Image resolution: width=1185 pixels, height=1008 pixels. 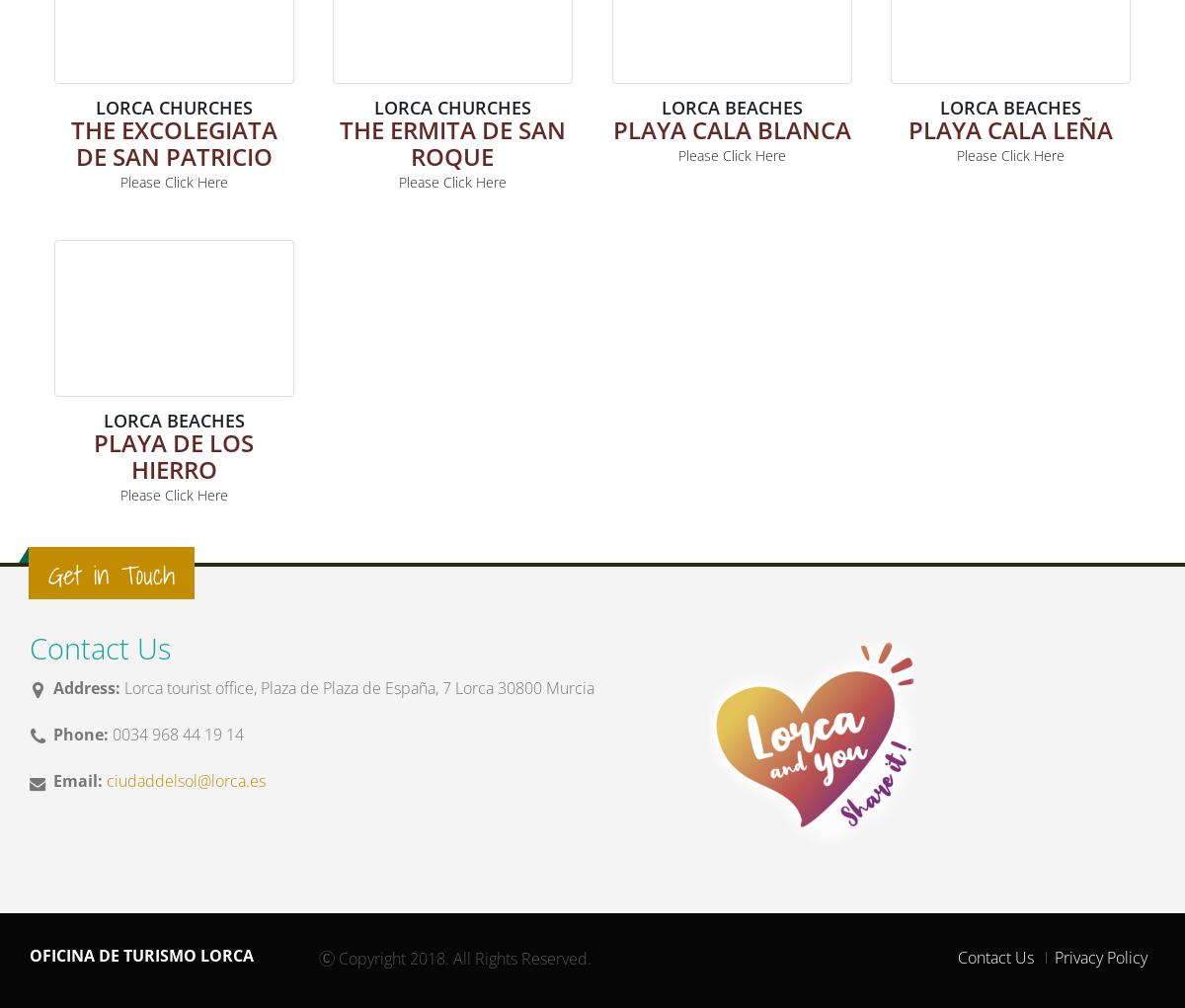 What do you see at coordinates (86, 687) in the screenshot?
I see `'Address:'` at bounding box center [86, 687].